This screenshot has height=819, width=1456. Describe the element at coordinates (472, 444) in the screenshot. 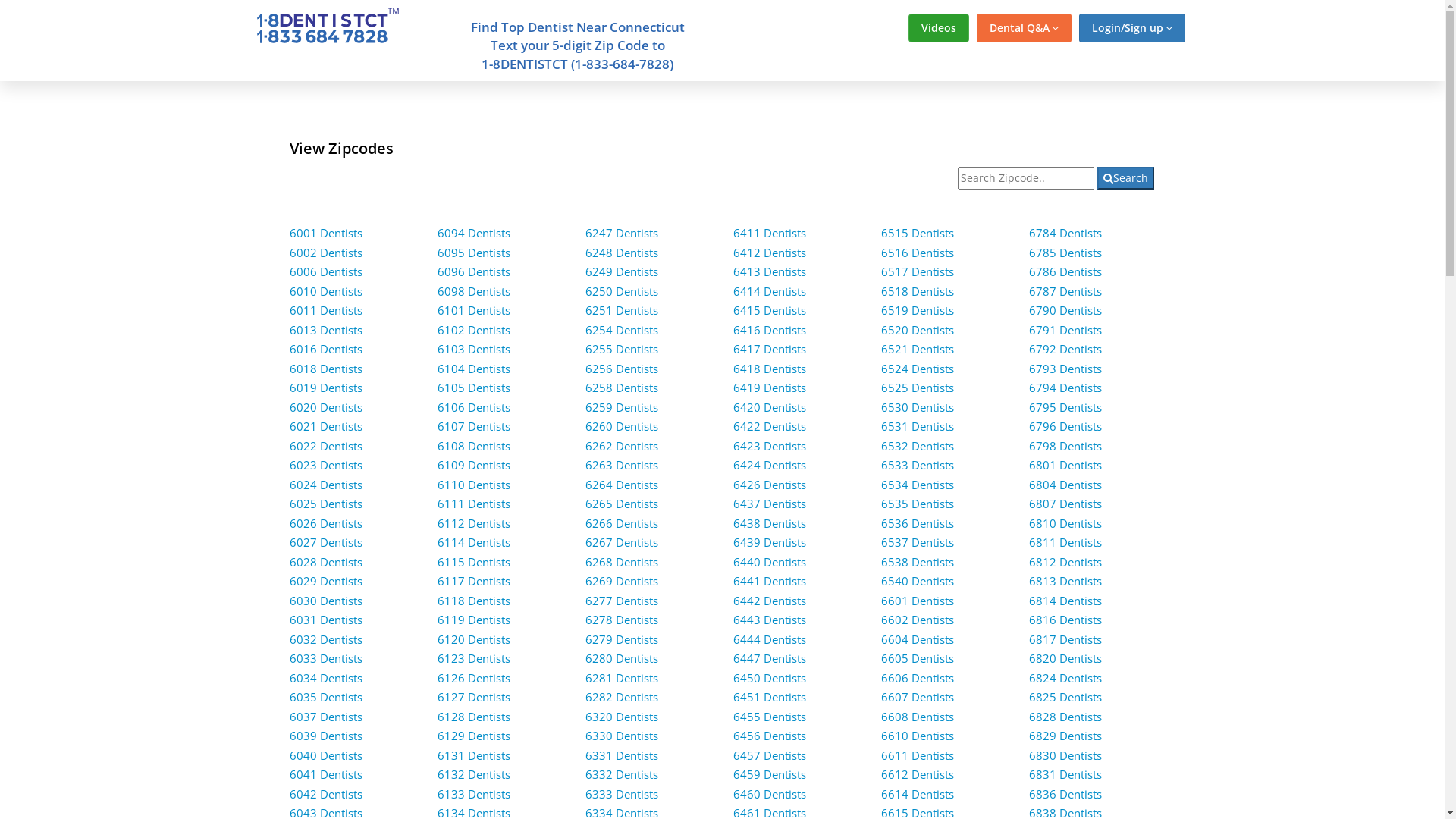

I see `'6108 Dentists'` at that location.